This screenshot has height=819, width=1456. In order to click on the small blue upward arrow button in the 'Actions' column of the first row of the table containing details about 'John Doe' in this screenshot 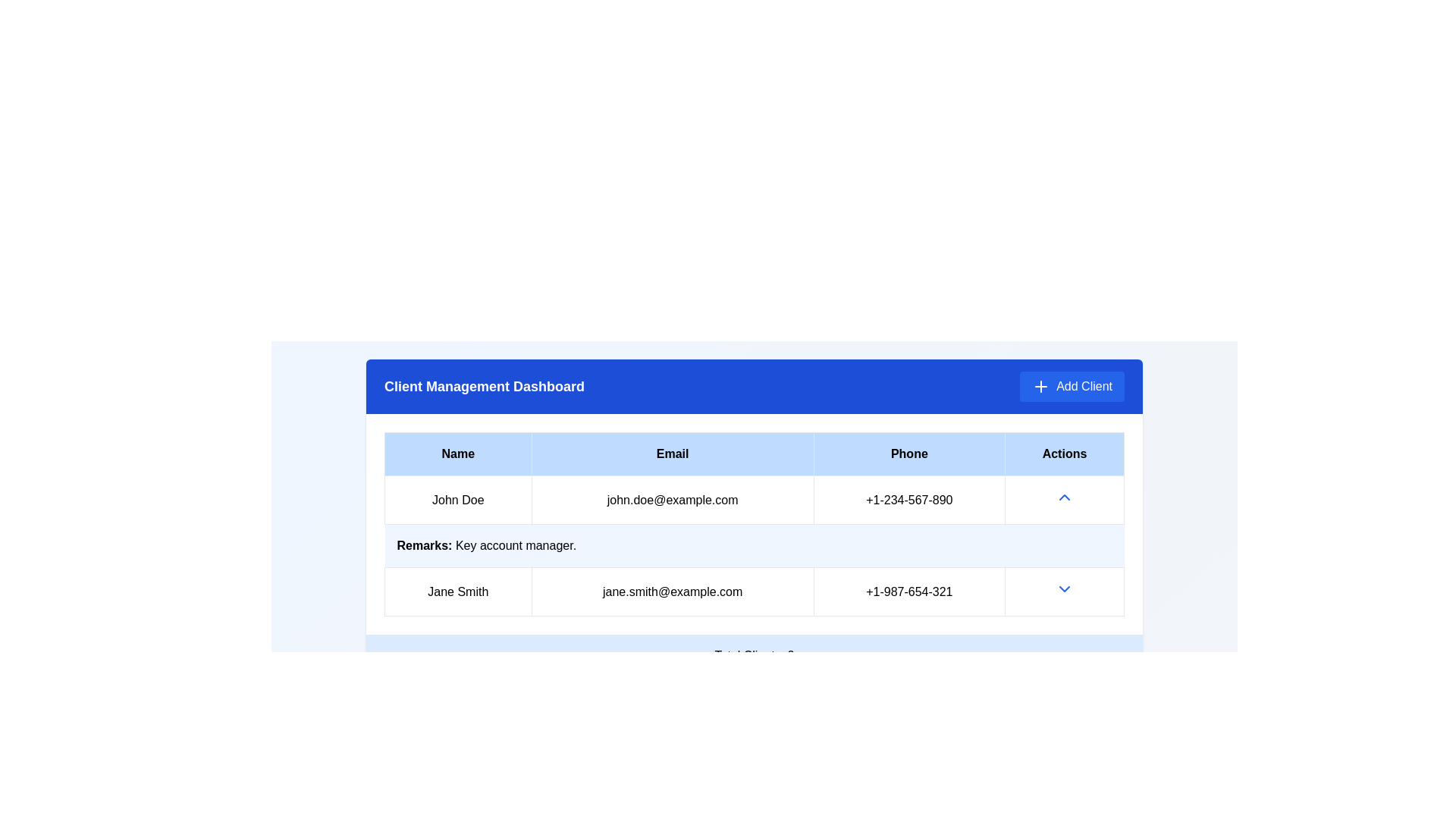, I will do `click(1063, 500)`.